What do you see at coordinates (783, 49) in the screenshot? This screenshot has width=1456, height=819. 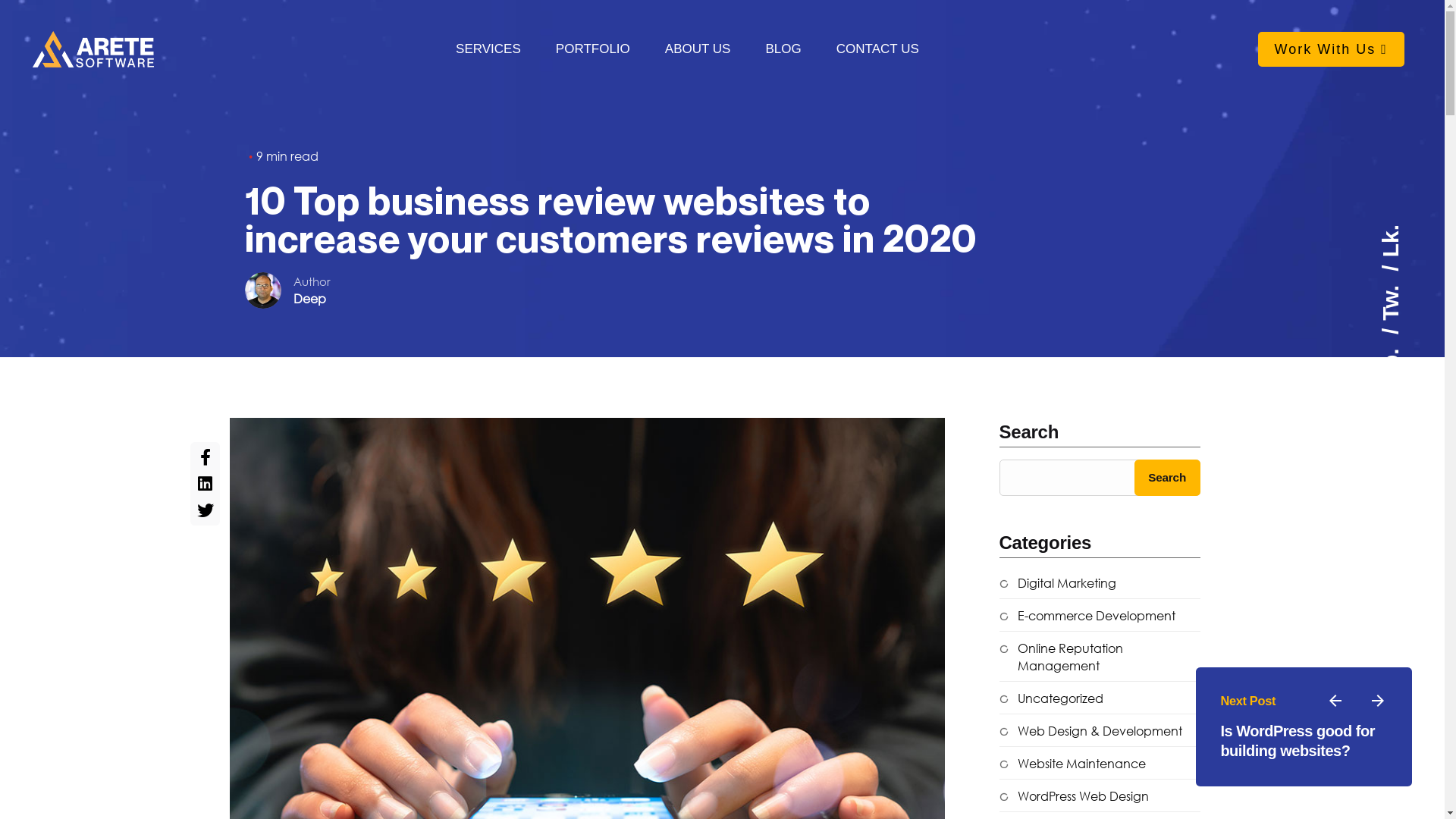 I see `'BLOG'` at bounding box center [783, 49].